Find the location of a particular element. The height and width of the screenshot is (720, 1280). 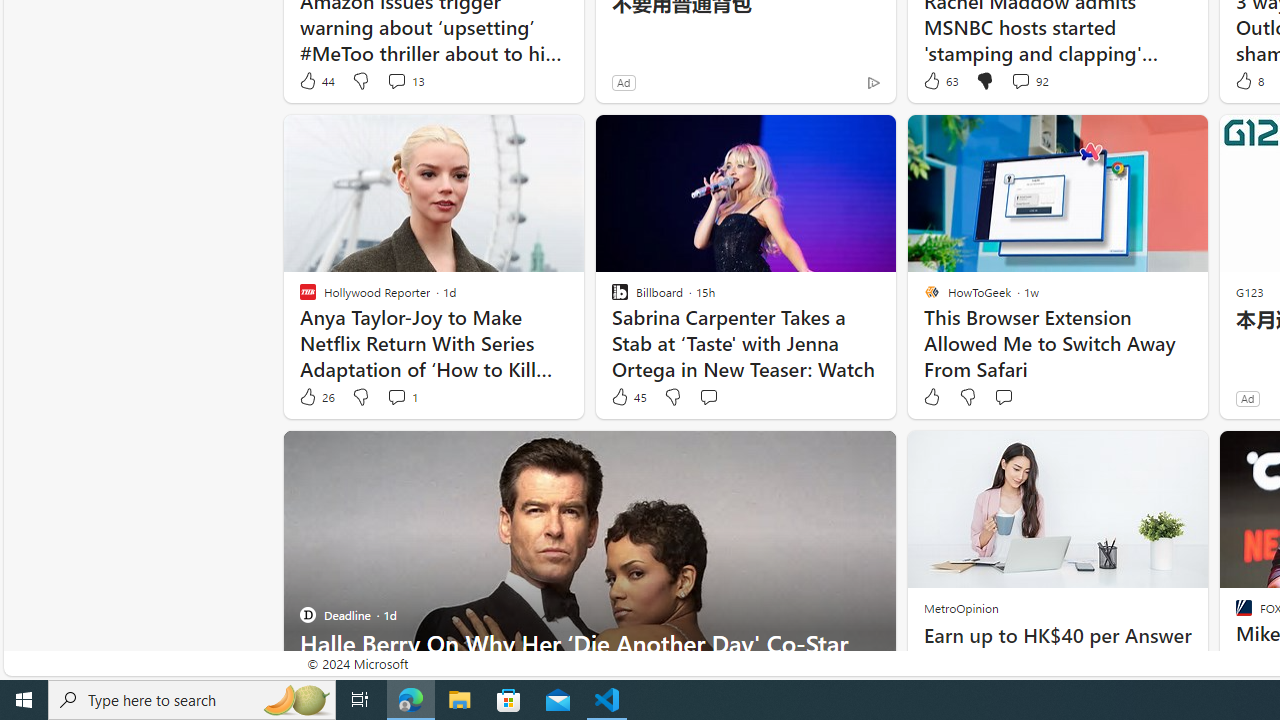

'Hide this story' is located at coordinates (835, 455).